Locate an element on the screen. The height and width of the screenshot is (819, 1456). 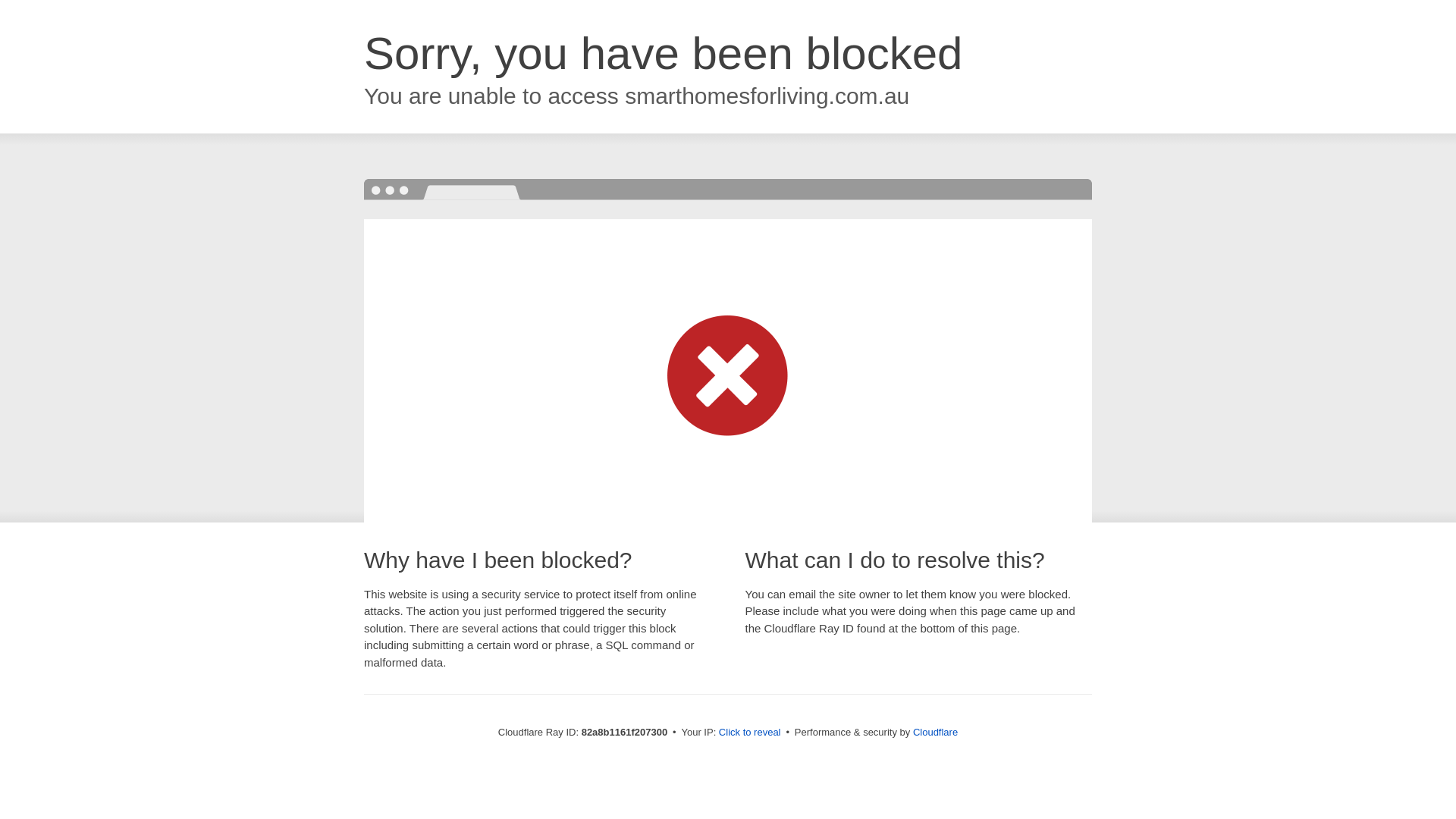
'Click to reveal' is located at coordinates (749, 731).